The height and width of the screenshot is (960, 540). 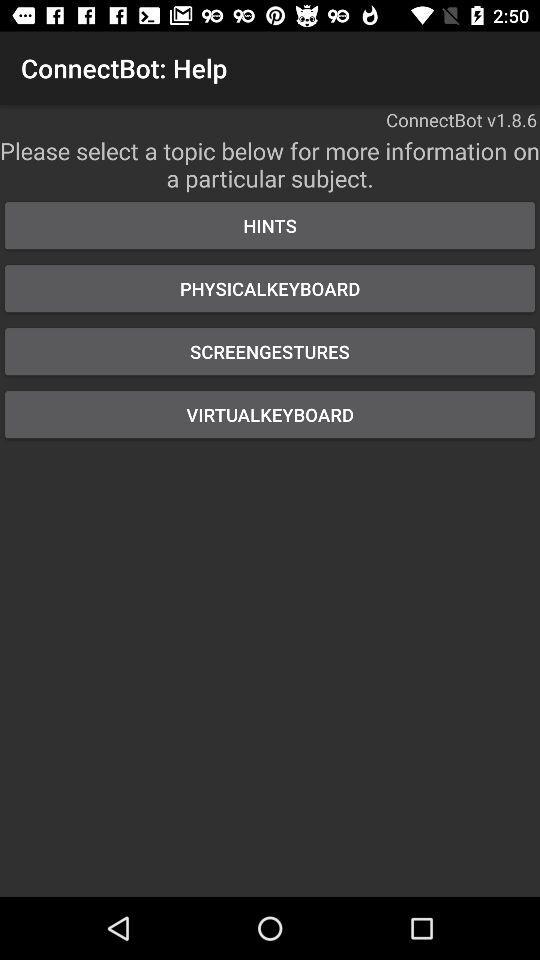 I want to click on the virtualkeyboard item, so click(x=270, y=413).